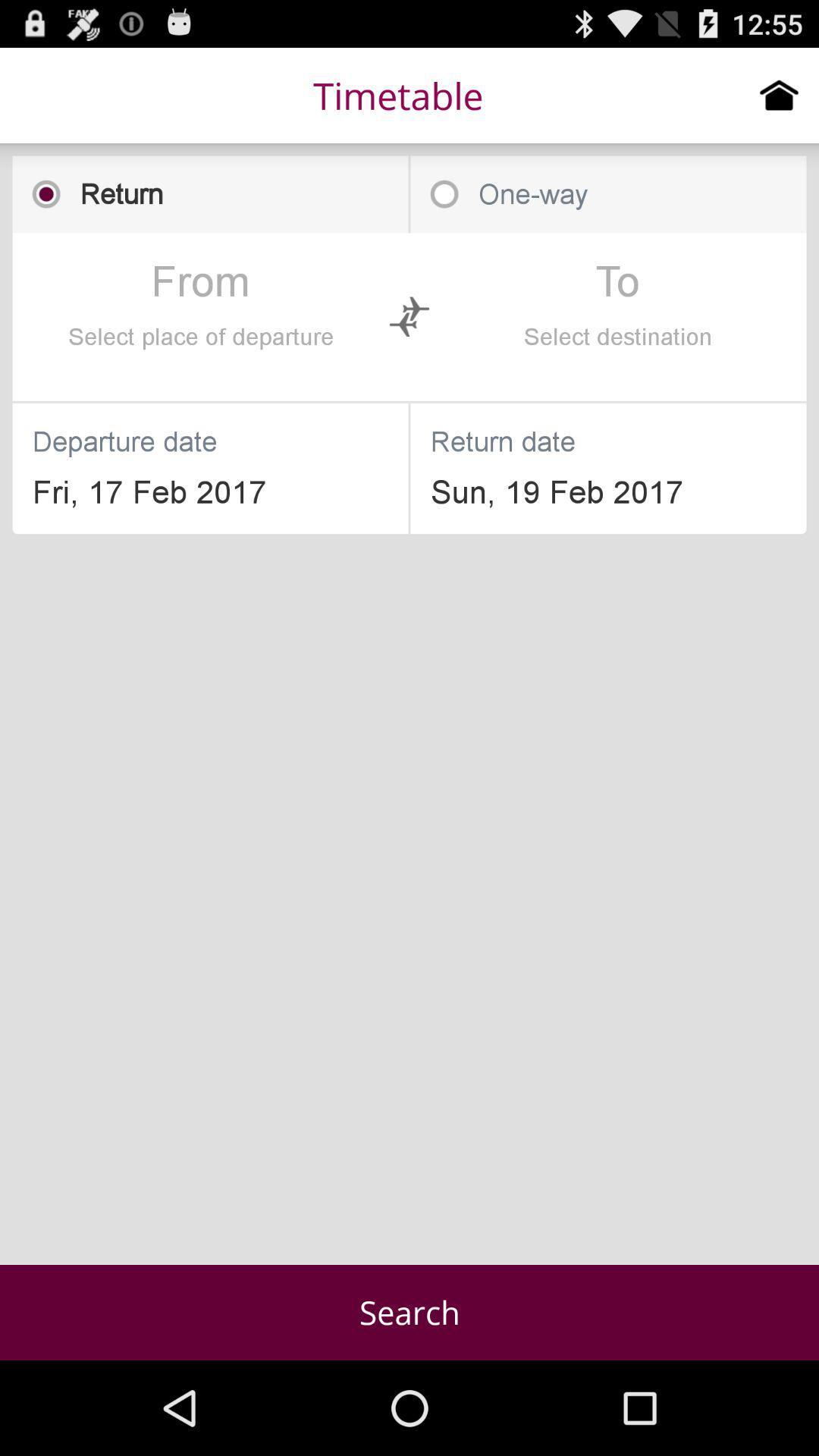 This screenshot has height=1456, width=819. What do you see at coordinates (779, 94) in the screenshot?
I see `click home menu` at bounding box center [779, 94].